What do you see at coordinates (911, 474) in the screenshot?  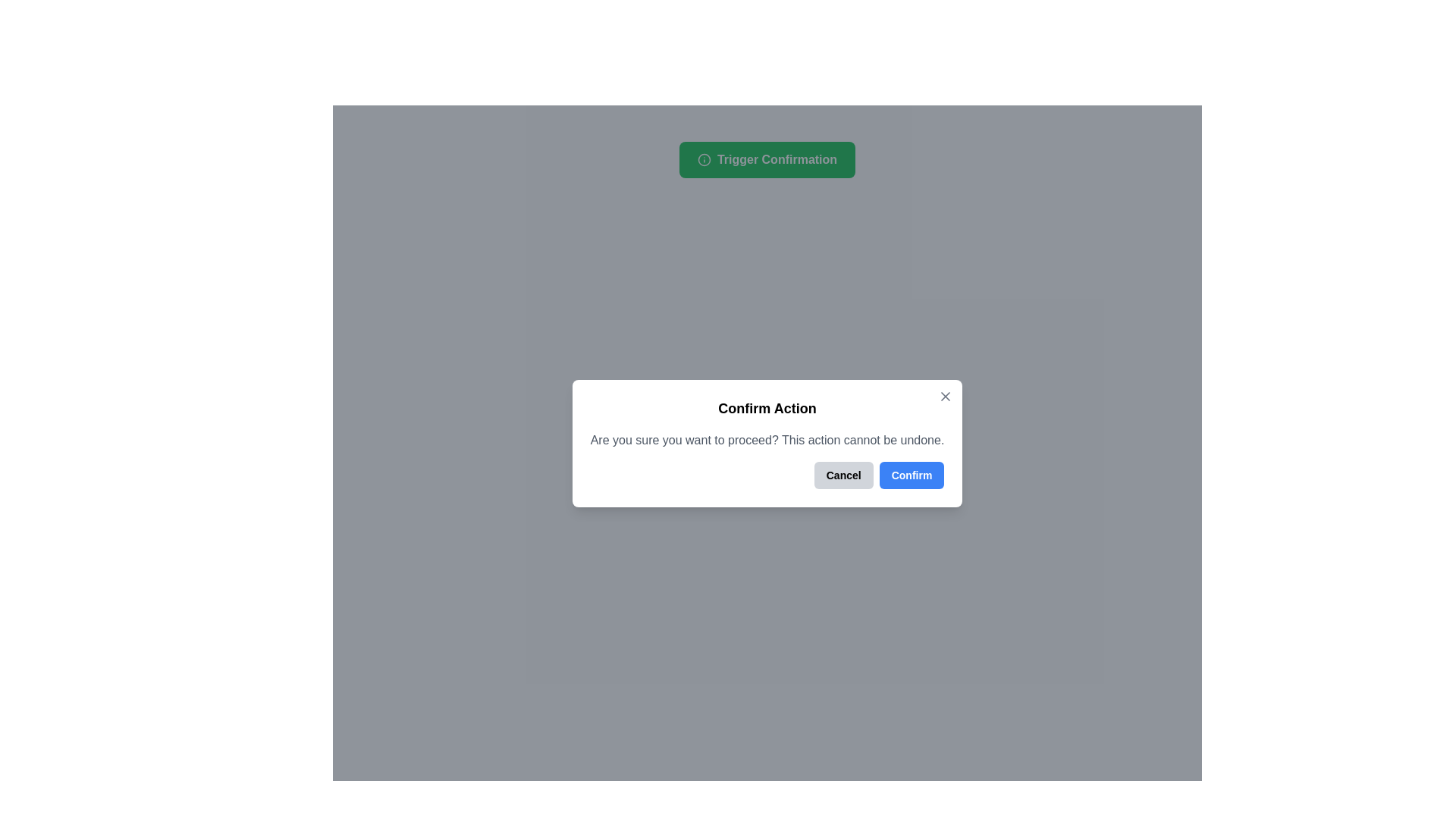 I see `the 'Confirm' button located at the bottom-right corner of the modal dialog` at bounding box center [911, 474].